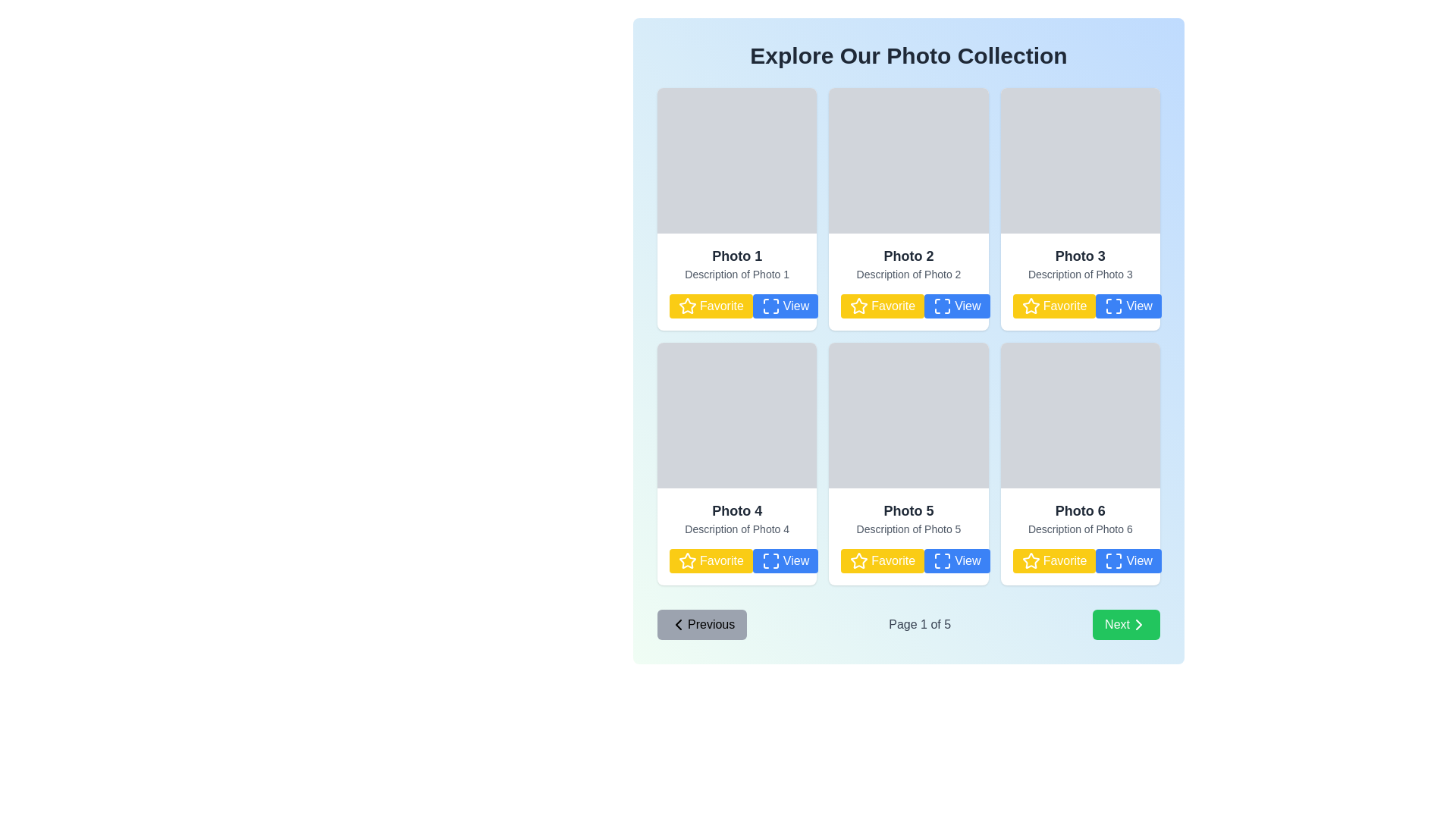 This screenshot has height=819, width=1456. Describe the element at coordinates (1053, 306) in the screenshot. I see `the 'Favorite' button located in the card for 'Photo 3'` at that location.